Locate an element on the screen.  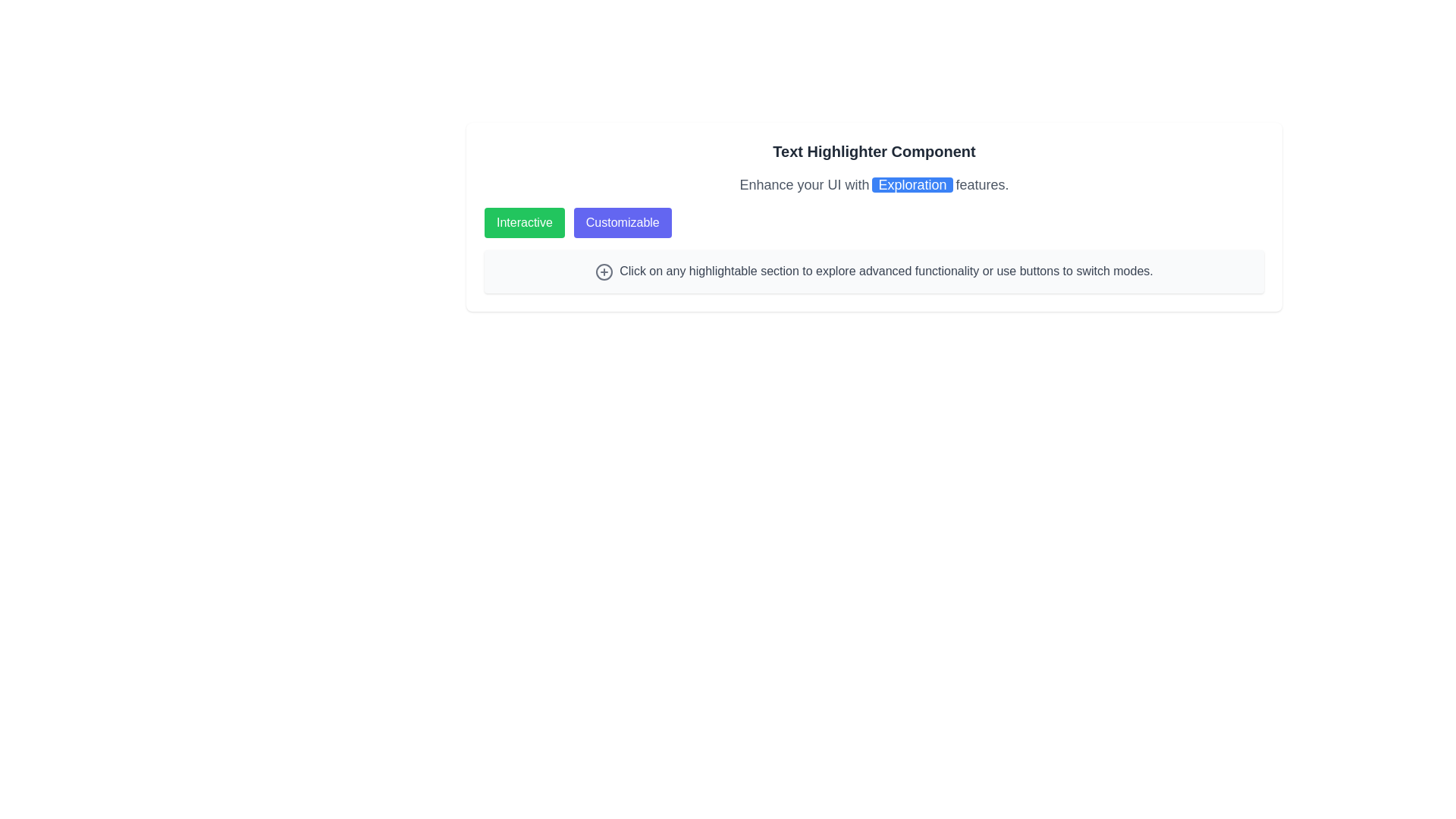
the icon that visually emphasizes the start of the instruction in the text segment, indicating interactivity and providing visual aid is located at coordinates (604, 271).